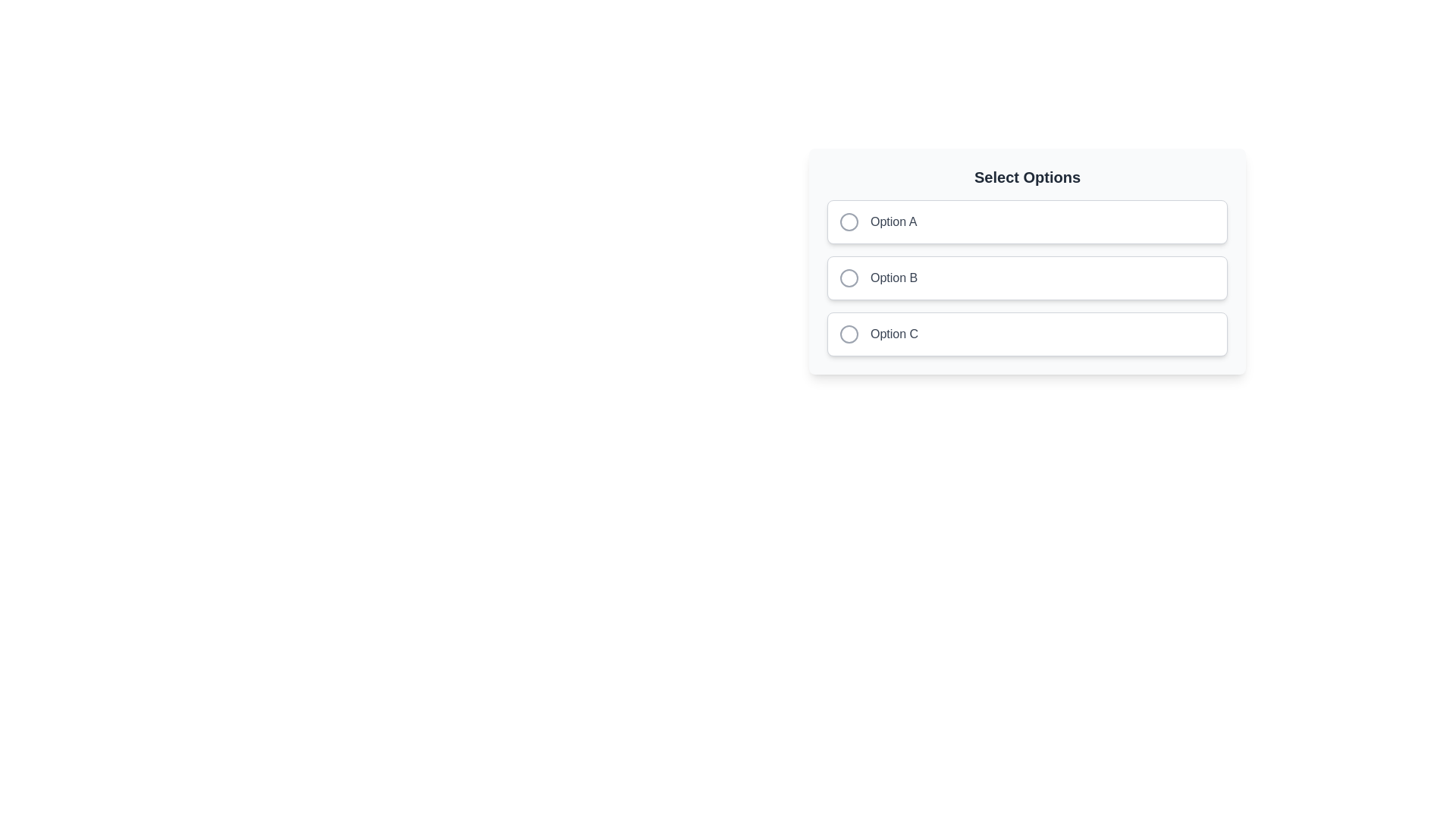 The image size is (1456, 819). What do you see at coordinates (894, 333) in the screenshot?
I see `the Text Label that represents the third option in a vertical list, located beneath 'Option B' and aligned horizontally to the right of a circular indicator` at bounding box center [894, 333].